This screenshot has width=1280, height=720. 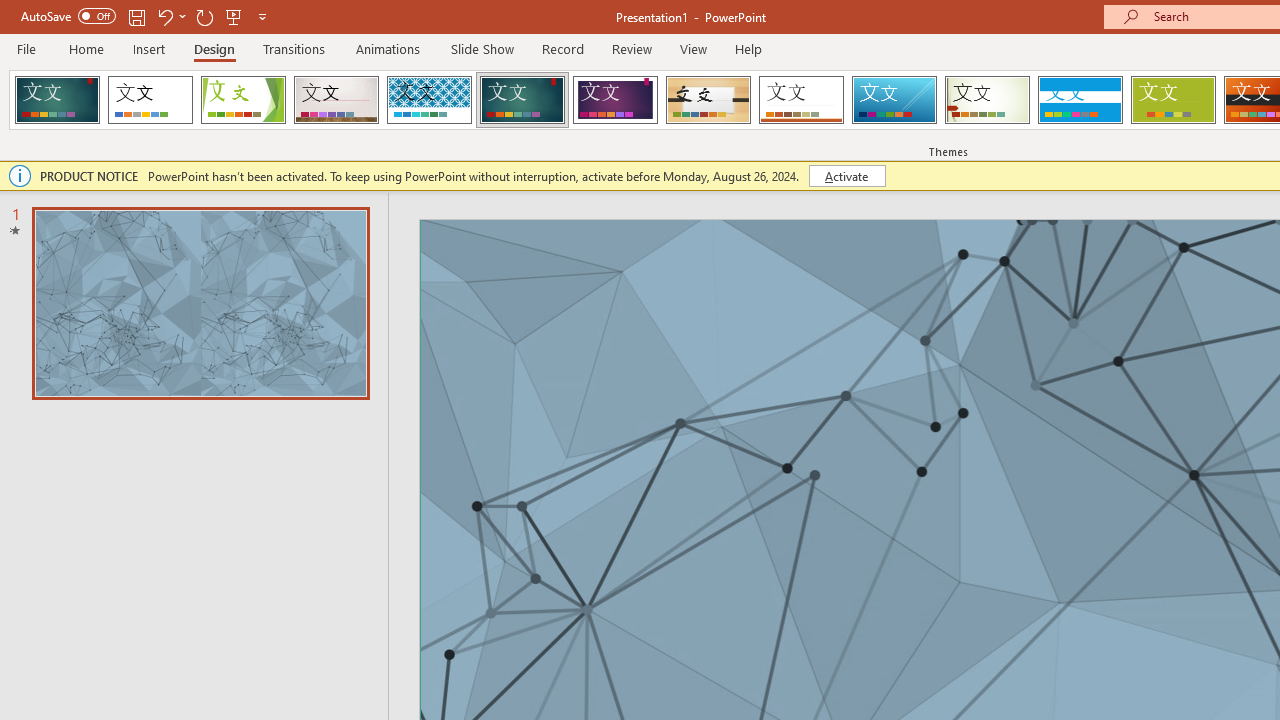 I want to click on 'Design', so click(x=214, y=48).